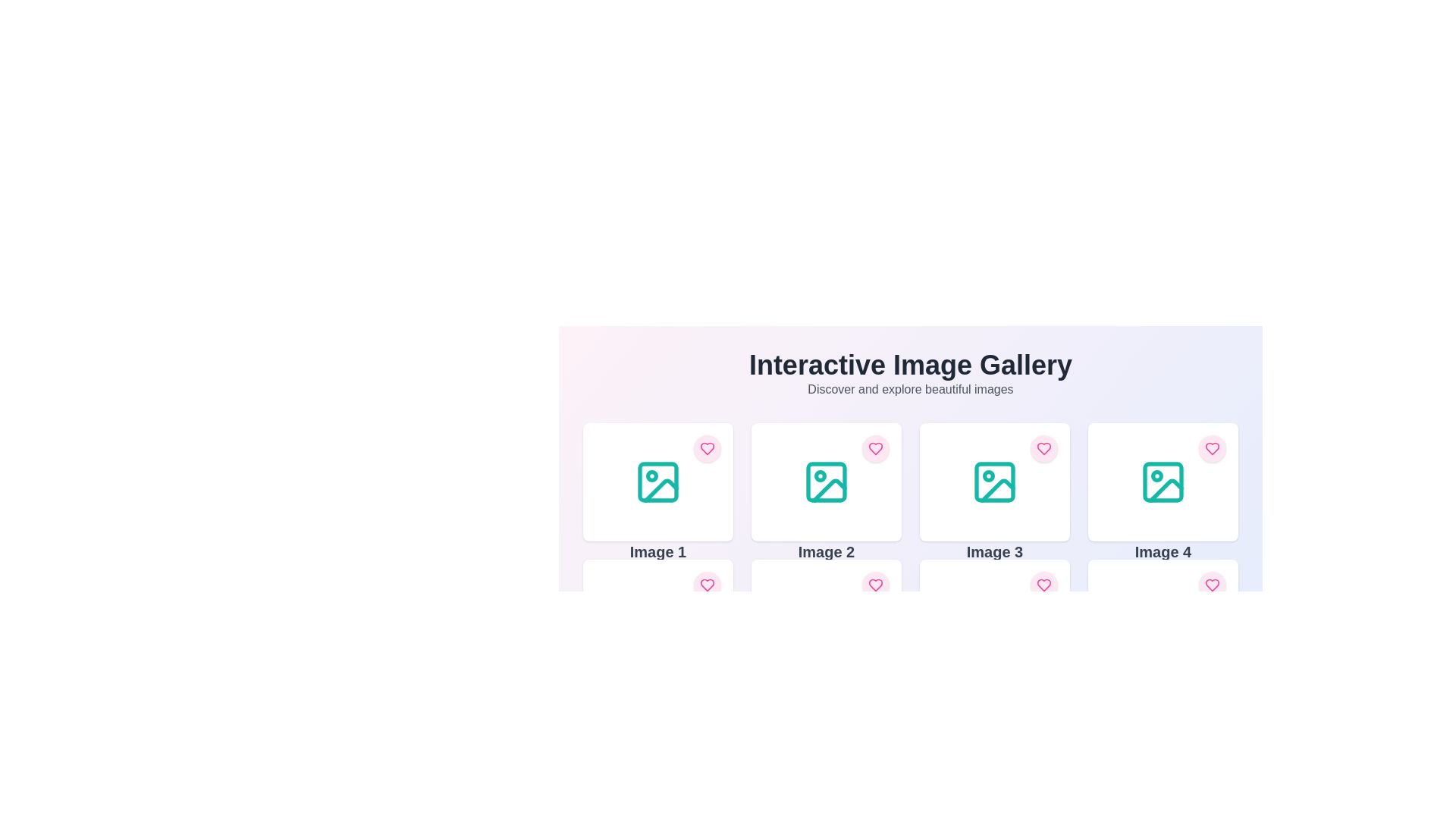 Image resolution: width=1456 pixels, height=819 pixels. I want to click on the heart-shaped icon button located above the 'Image 3' label to mark the image as favorite, so click(1043, 584).